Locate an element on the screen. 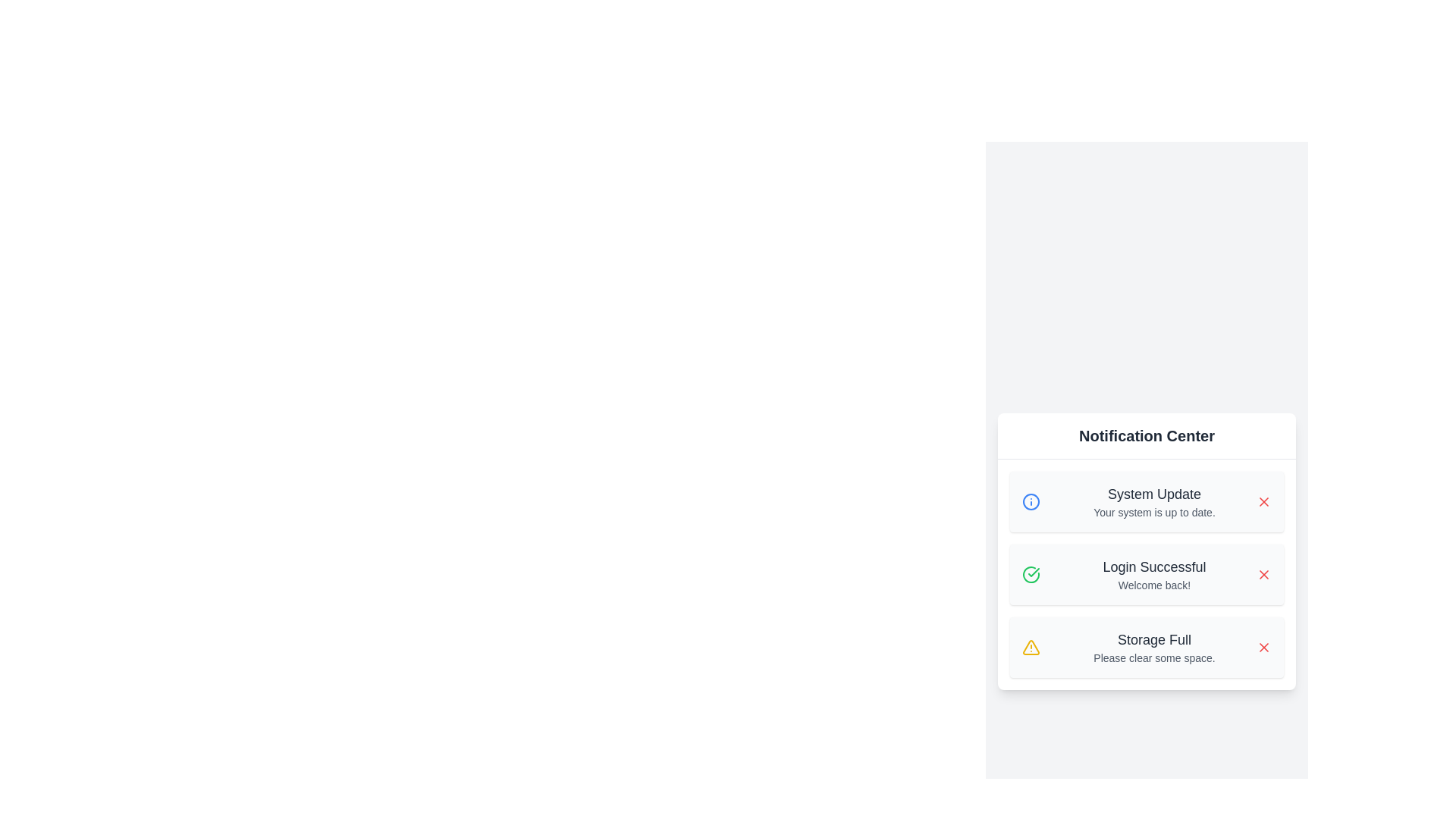 Image resolution: width=1456 pixels, height=819 pixels. the presence of the blue circular icon with an 'i' symbol inside, located at the top left corner of the notification card displaying 'System Update' is located at coordinates (1037, 501).